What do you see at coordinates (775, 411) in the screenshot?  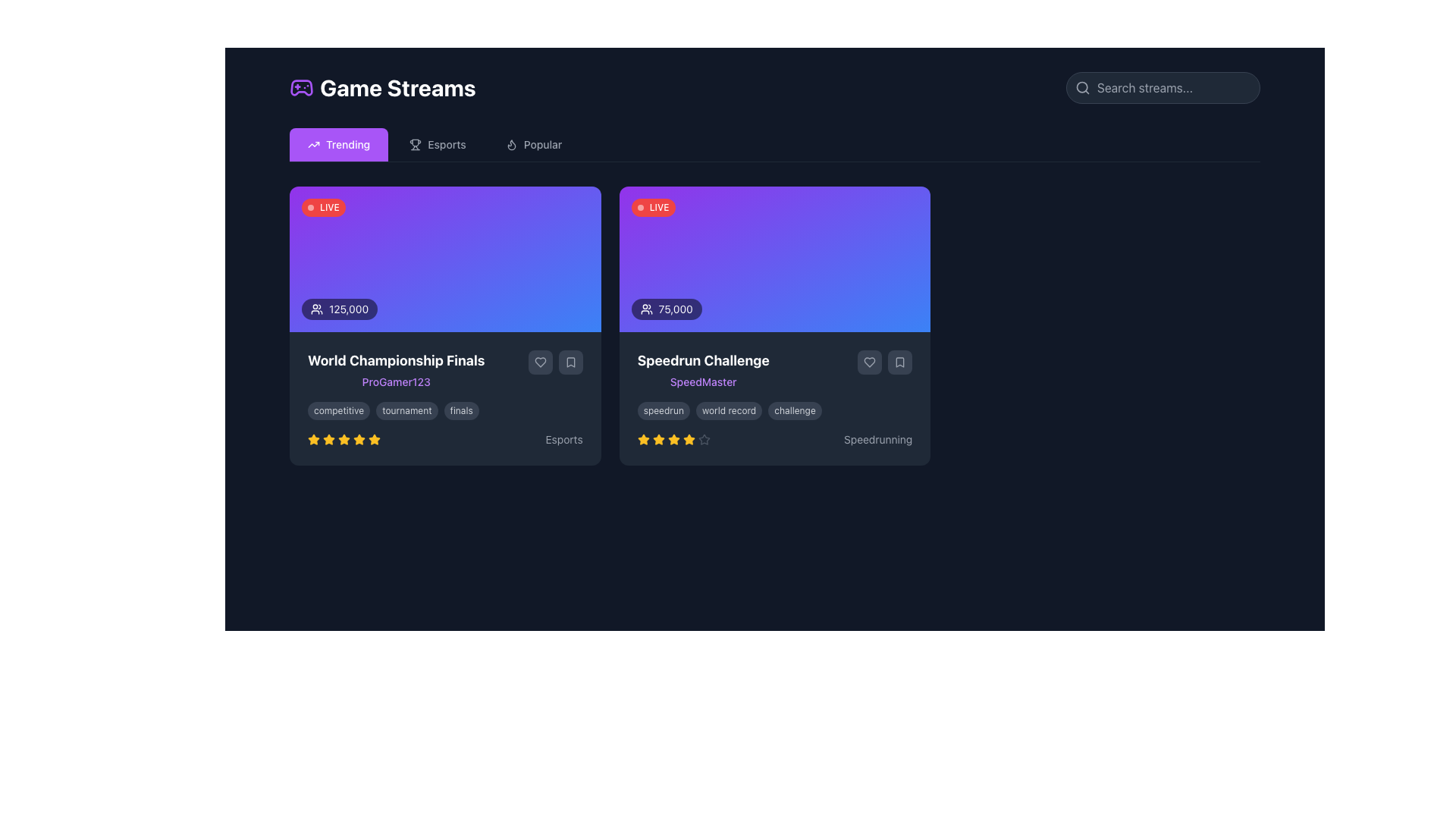 I see `the text in the Tag group located at the bottom-middle part of the 'Speedrun Challenge' card by 'SpeedMaster', positioned just above the rating stars and below the description section` at bounding box center [775, 411].